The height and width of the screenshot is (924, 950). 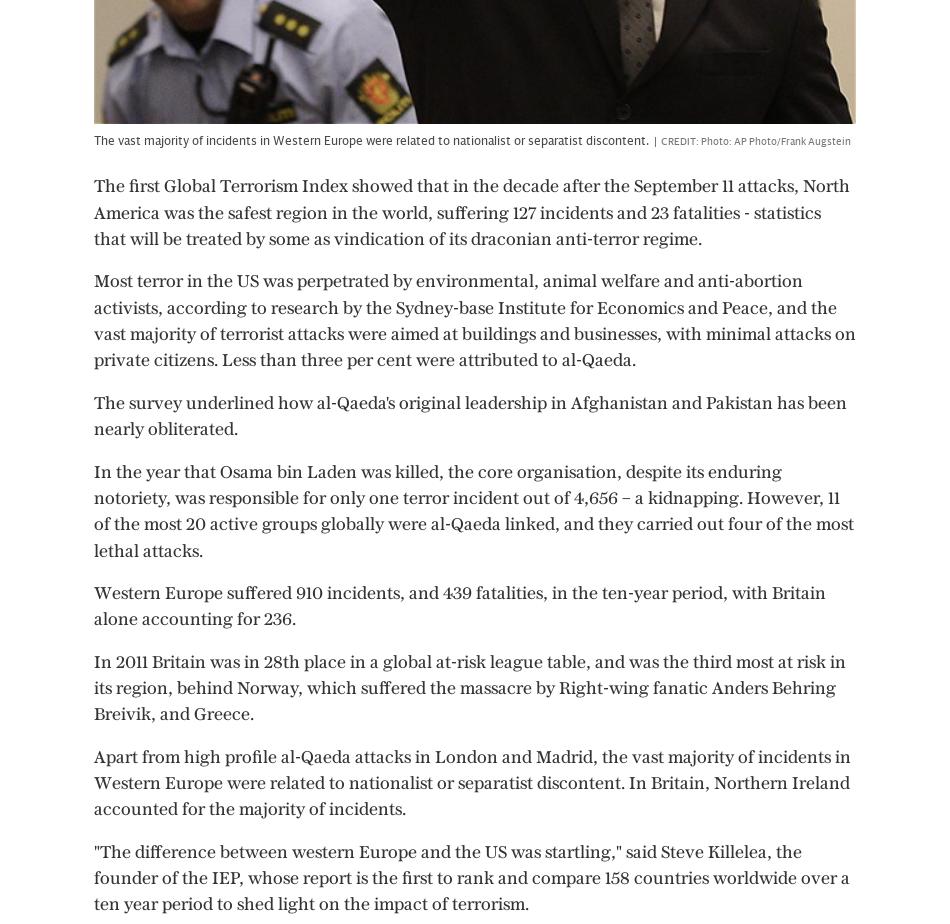 I want to click on 'London Palestine protest latest: Demonstrators march on Trafalgar Square', so click(x=781, y=705).